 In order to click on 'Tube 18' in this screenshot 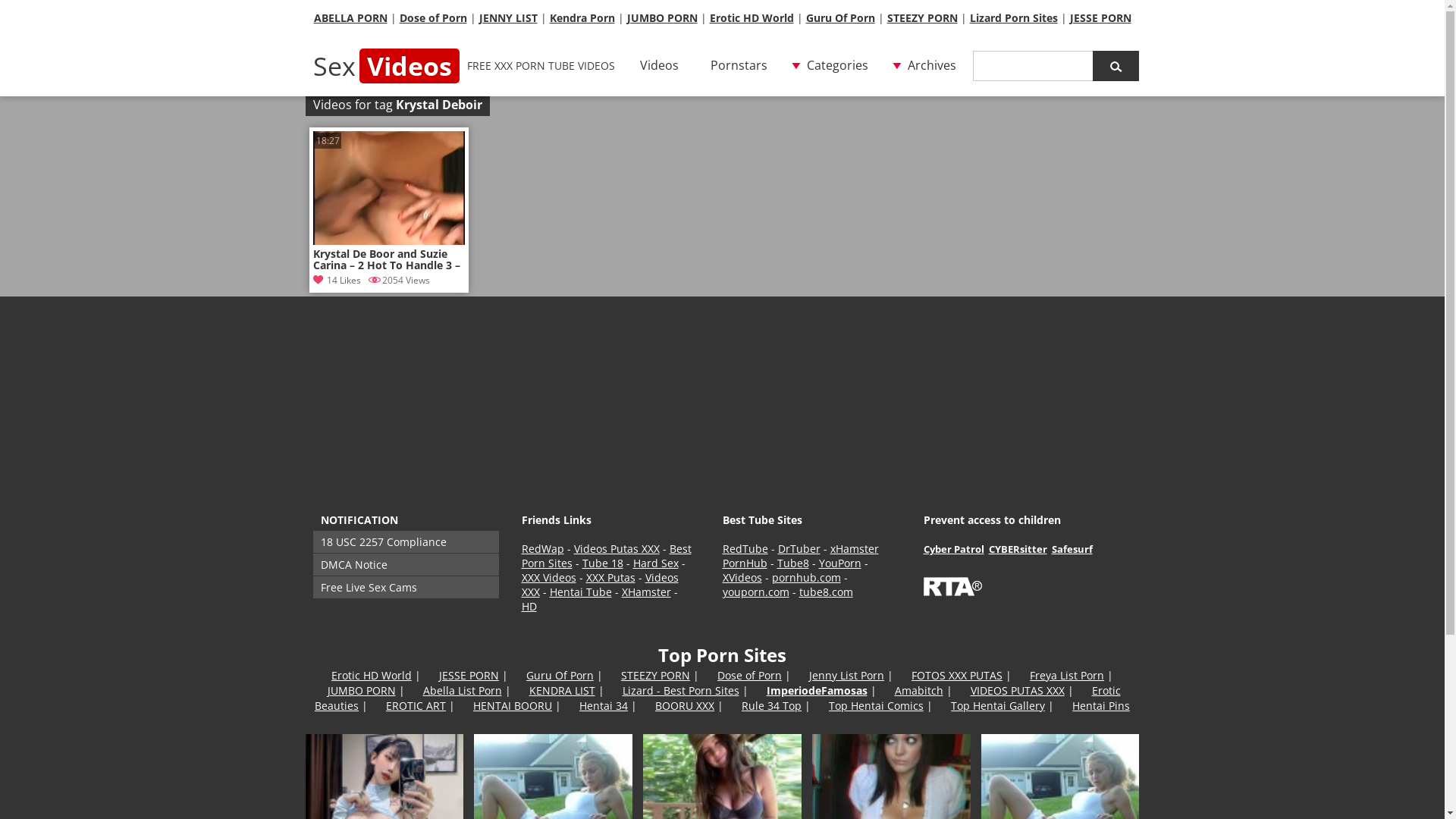, I will do `click(602, 563)`.